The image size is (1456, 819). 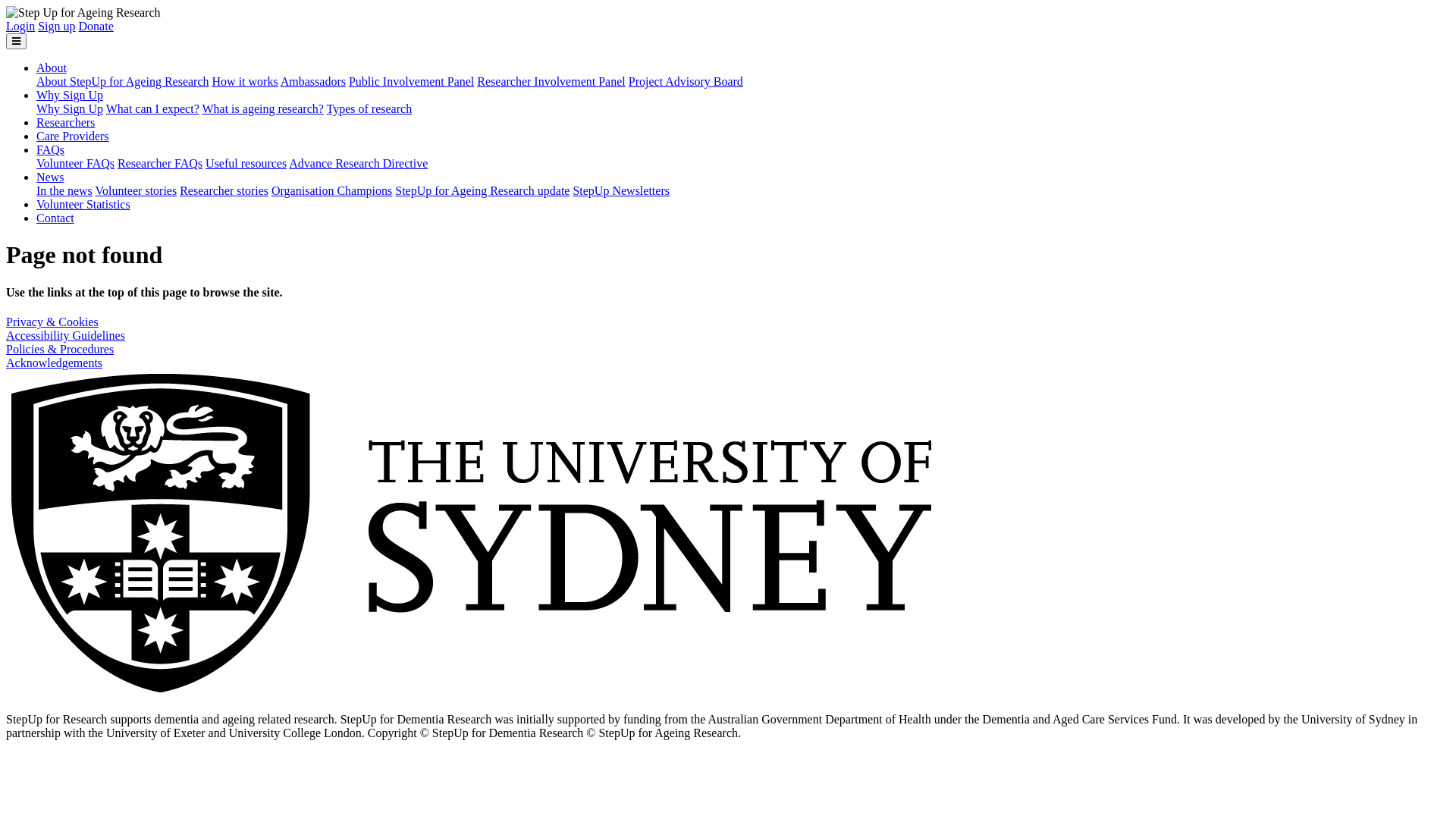 What do you see at coordinates (36, 121) in the screenshot?
I see `'Researchers'` at bounding box center [36, 121].